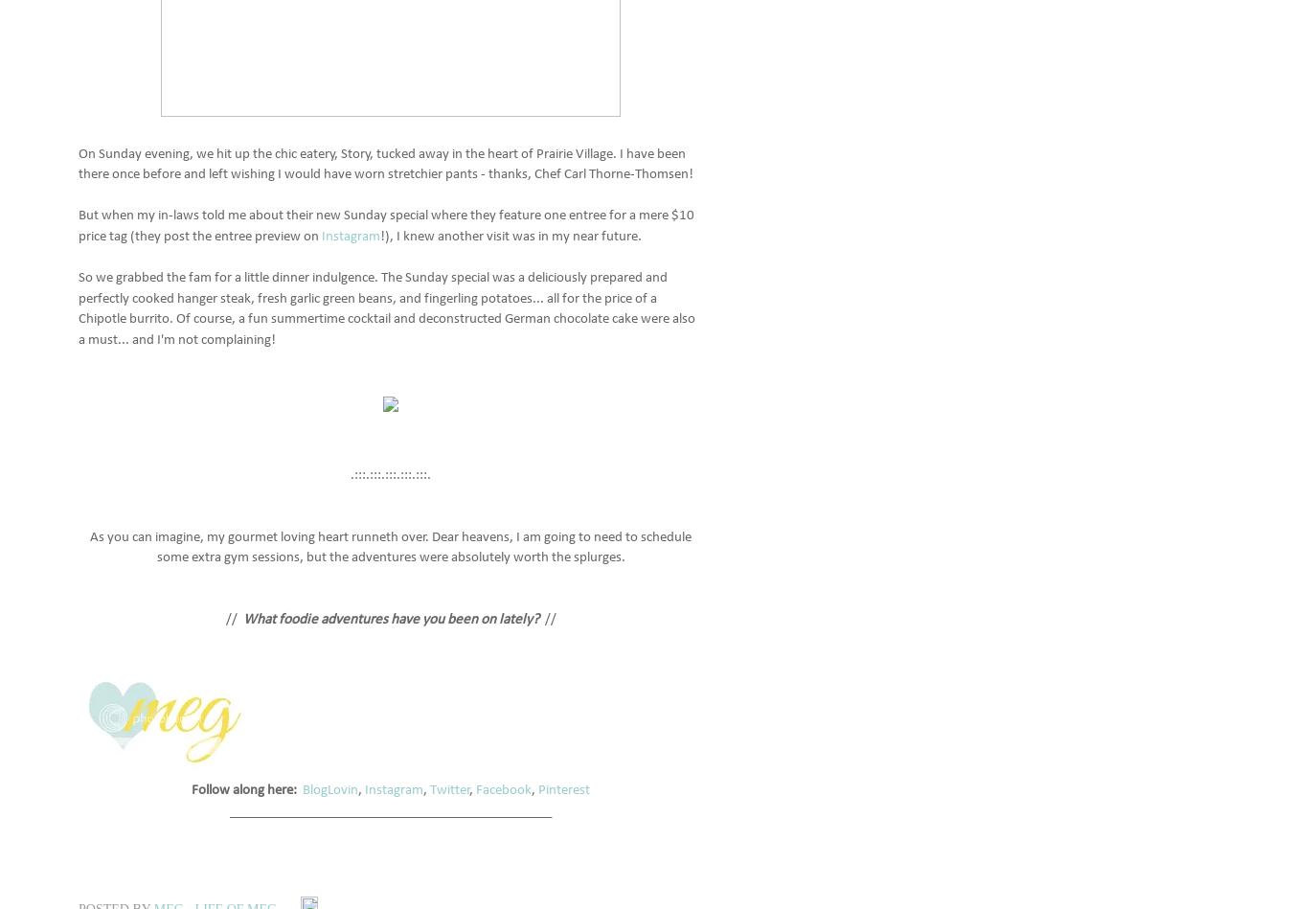 This screenshot has width=1316, height=909. I want to click on '!), I knew another visit was in my near future.', so click(511, 234).